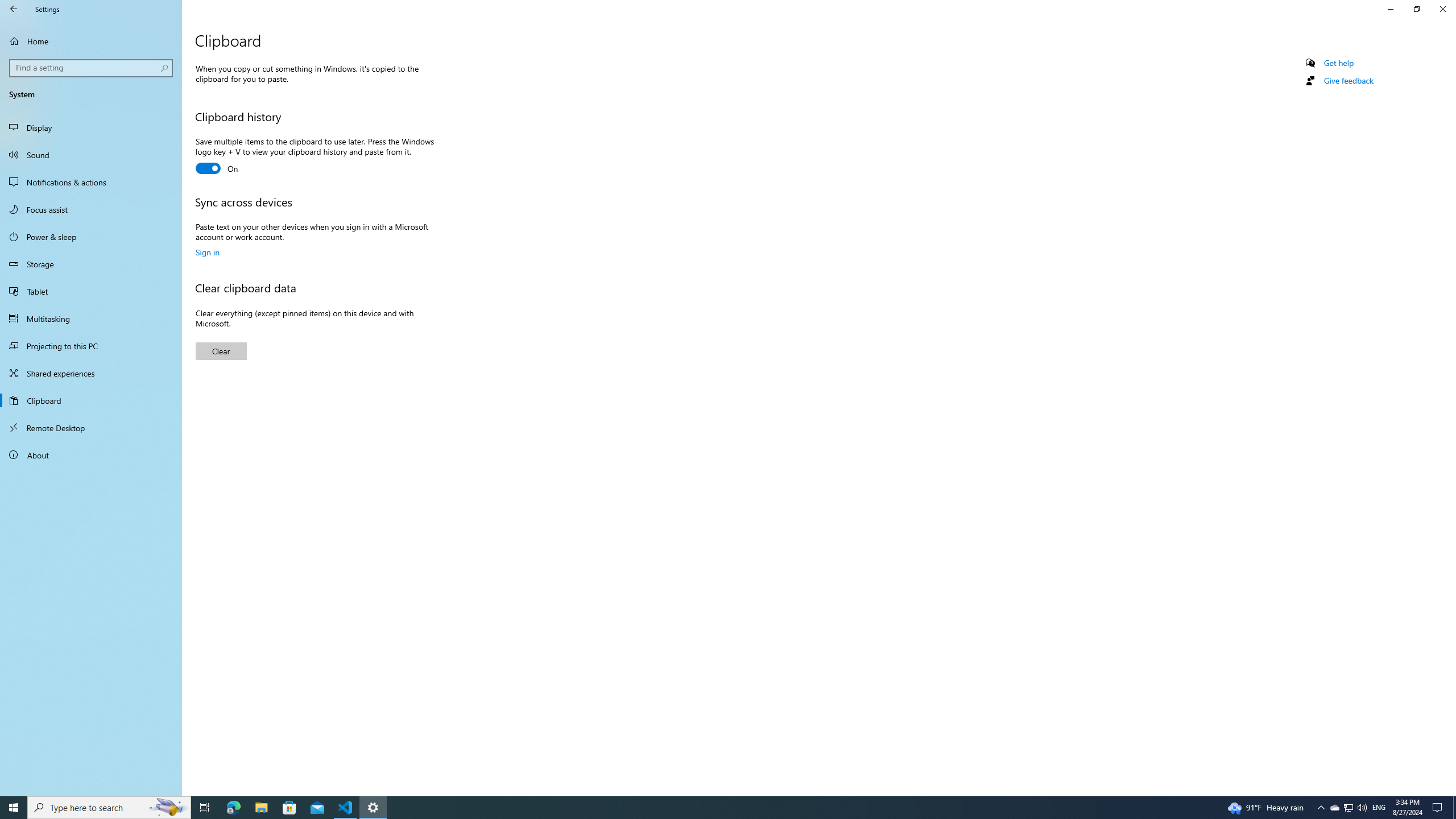 The image size is (1456, 819). What do you see at coordinates (221, 350) in the screenshot?
I see `'Clear'` at bounding box center [221, 350].